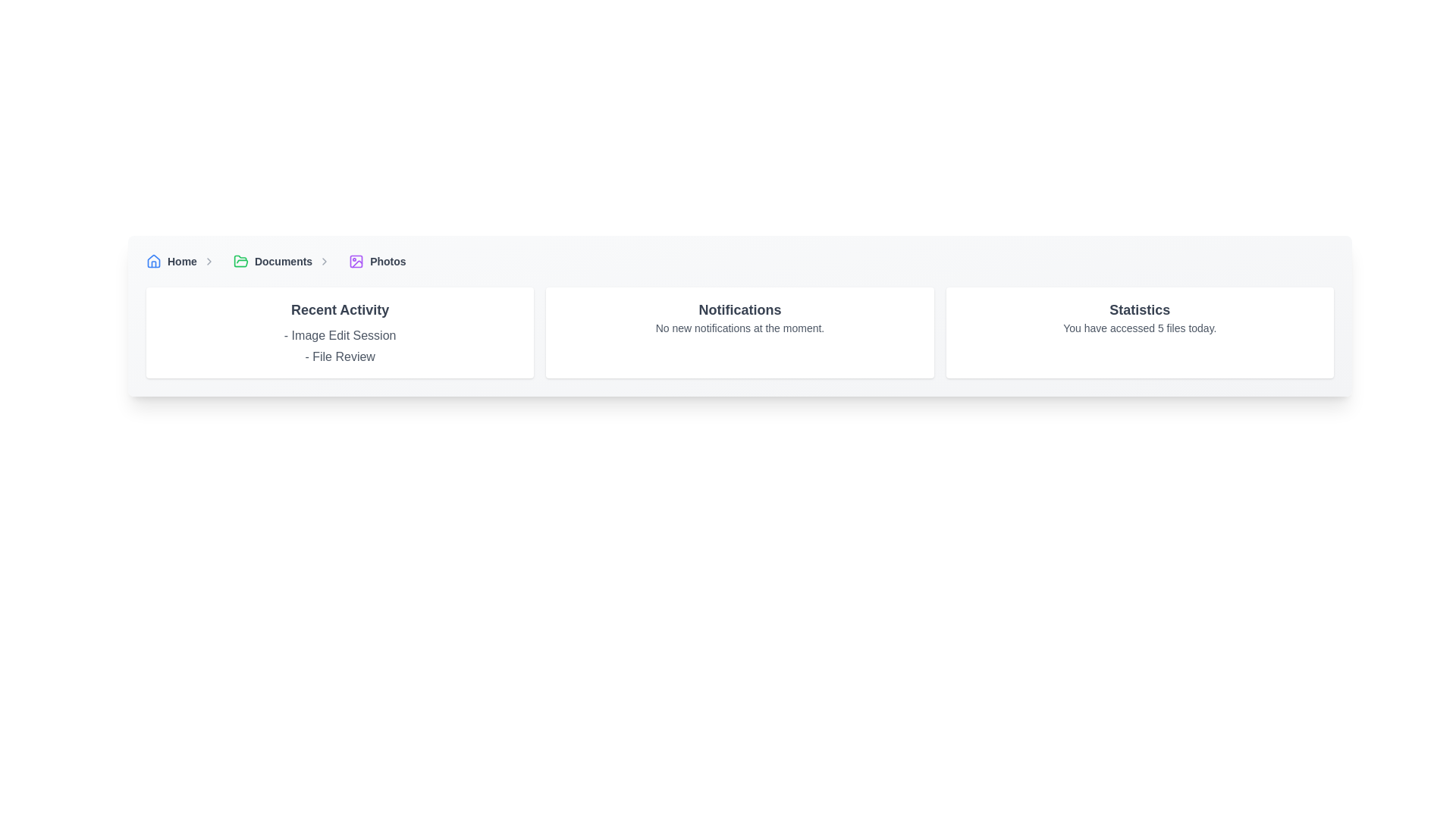 This screenshot has height=819, width=1456. What do you see at coordinates (339, 335) in the screenshot?
I see `the text label reading '- Image Edit Session' in gray font, which is the first item under the 'Recent Activity' header` at bounding box center [339, 335].